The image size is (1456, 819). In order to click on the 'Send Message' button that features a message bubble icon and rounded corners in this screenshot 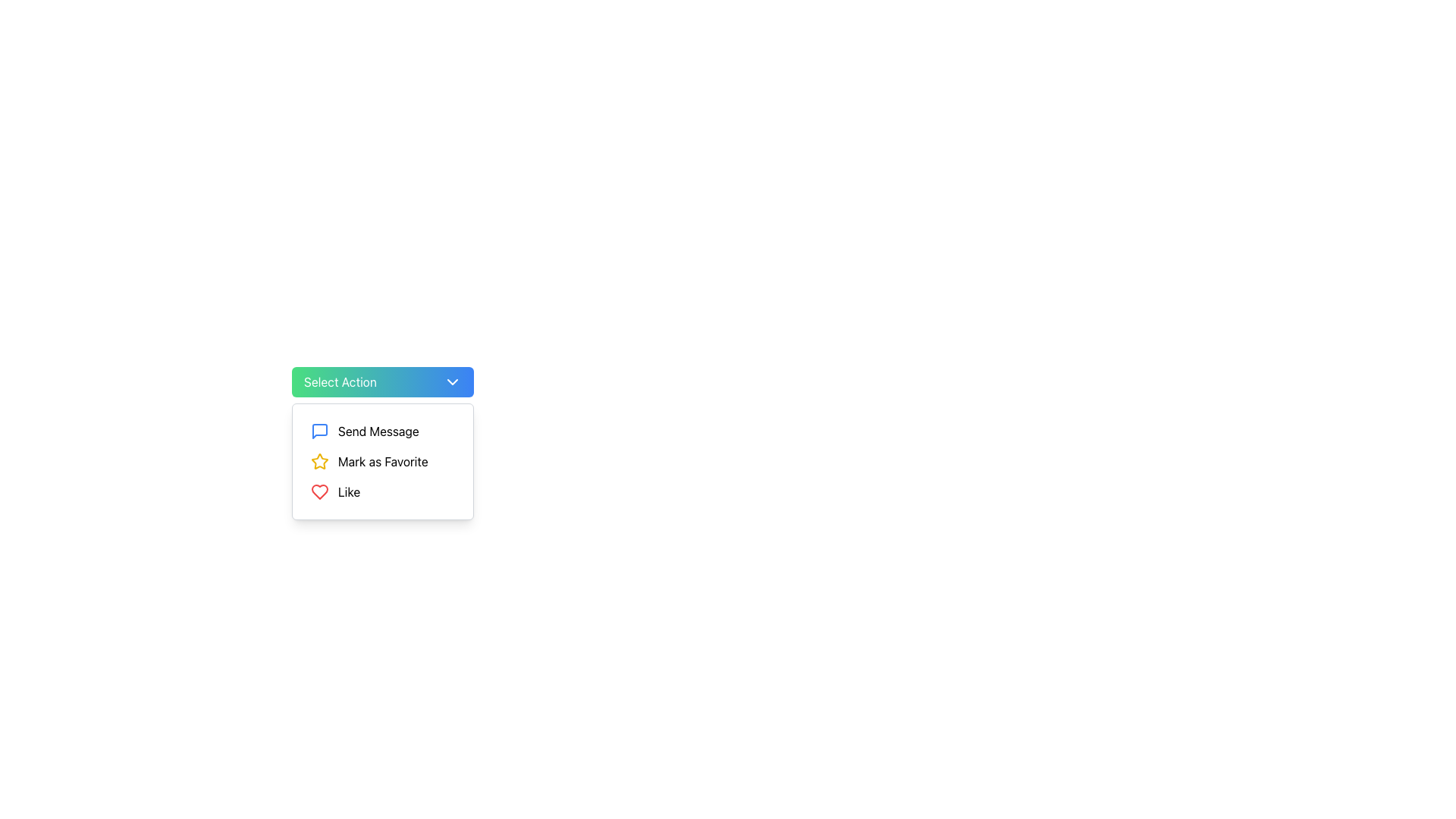, I will do `click(382, 431)`.